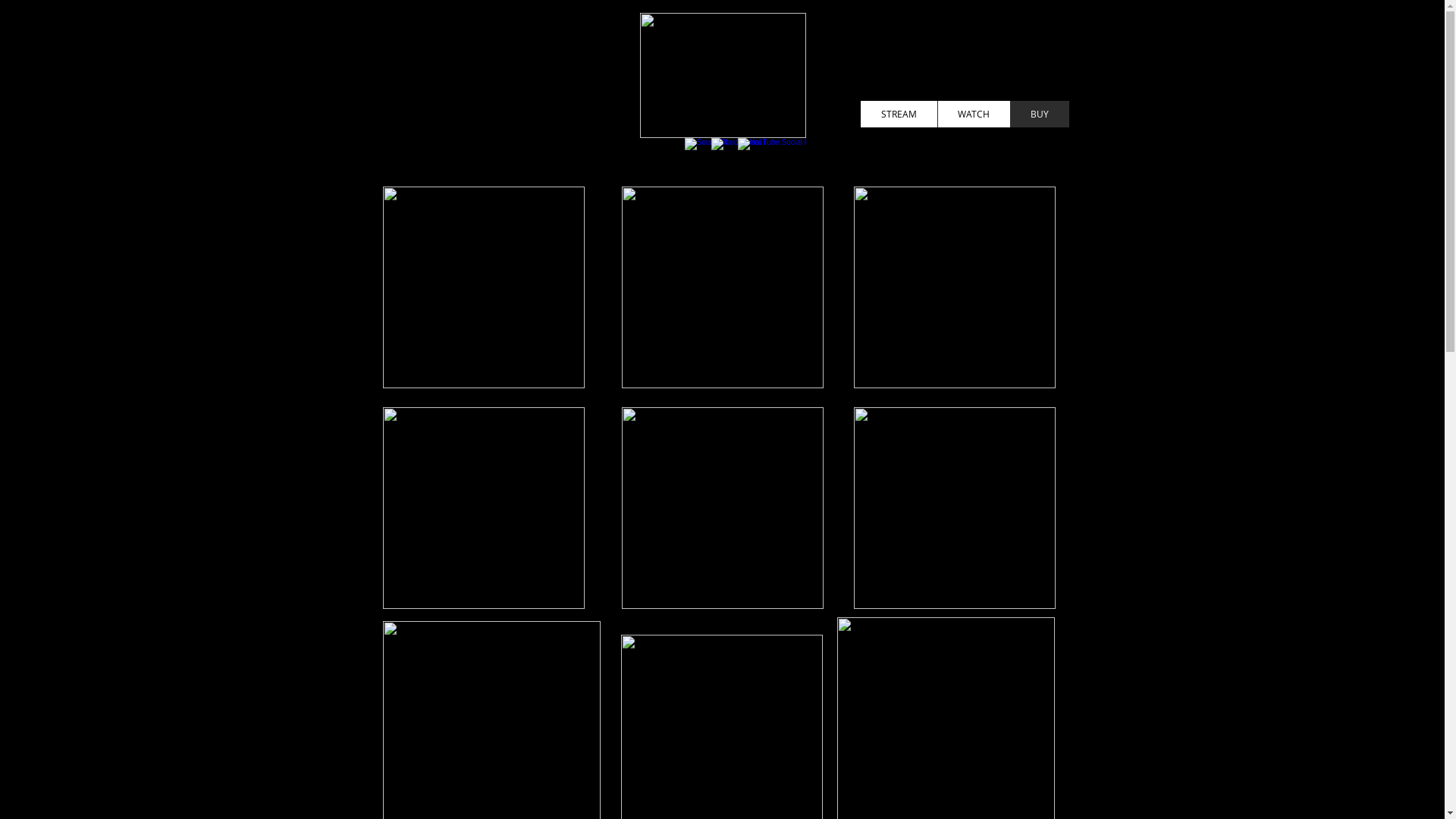 This screenshot has width=1456, height=819. What do you see at coordinates (1039, 113) in the screenshot?
I see `'BUY'` at bounding box center [1039, 113].